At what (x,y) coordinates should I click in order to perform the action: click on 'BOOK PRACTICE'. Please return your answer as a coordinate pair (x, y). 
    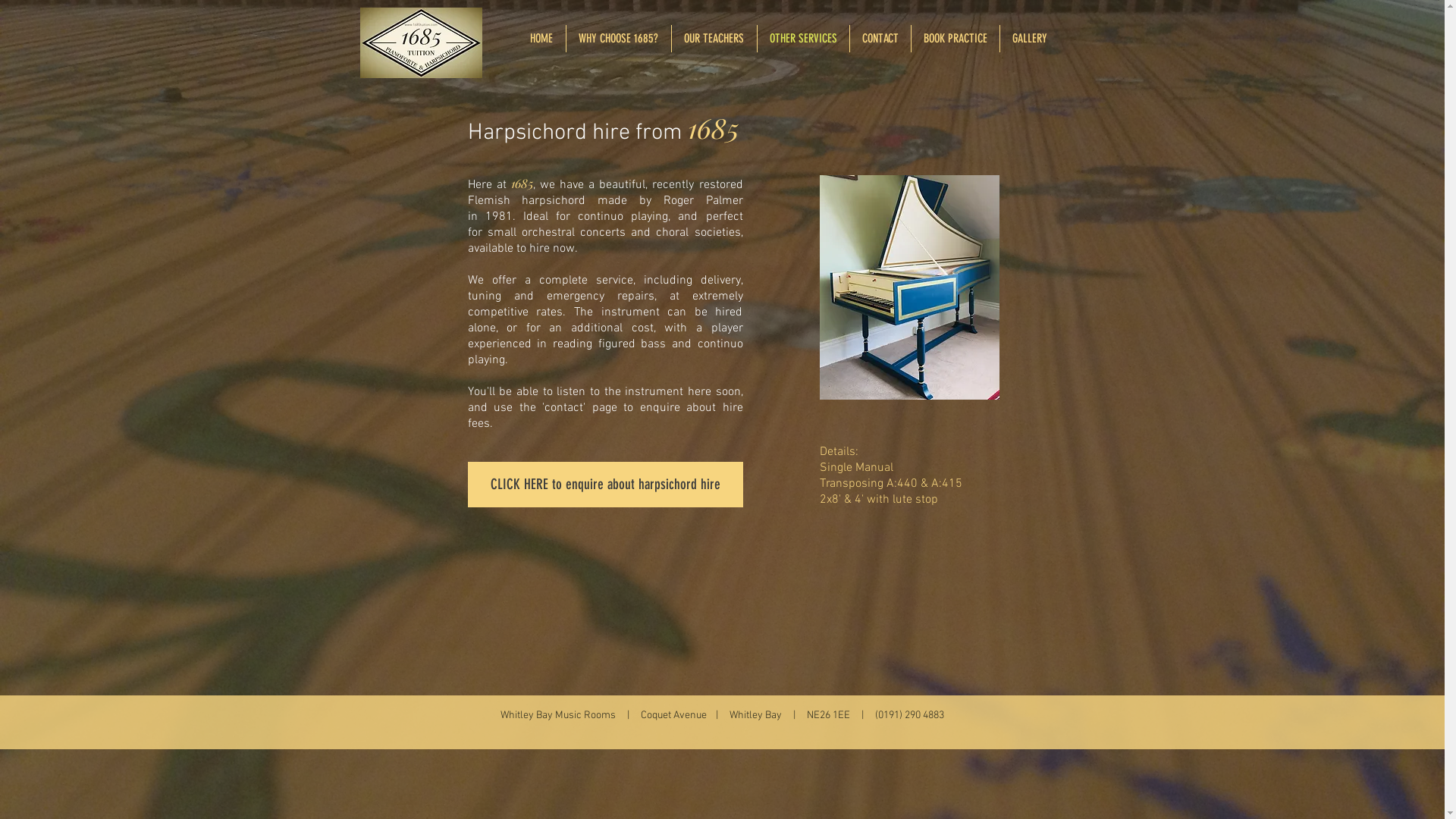
    Looking at the image, I should click on (954, 37).